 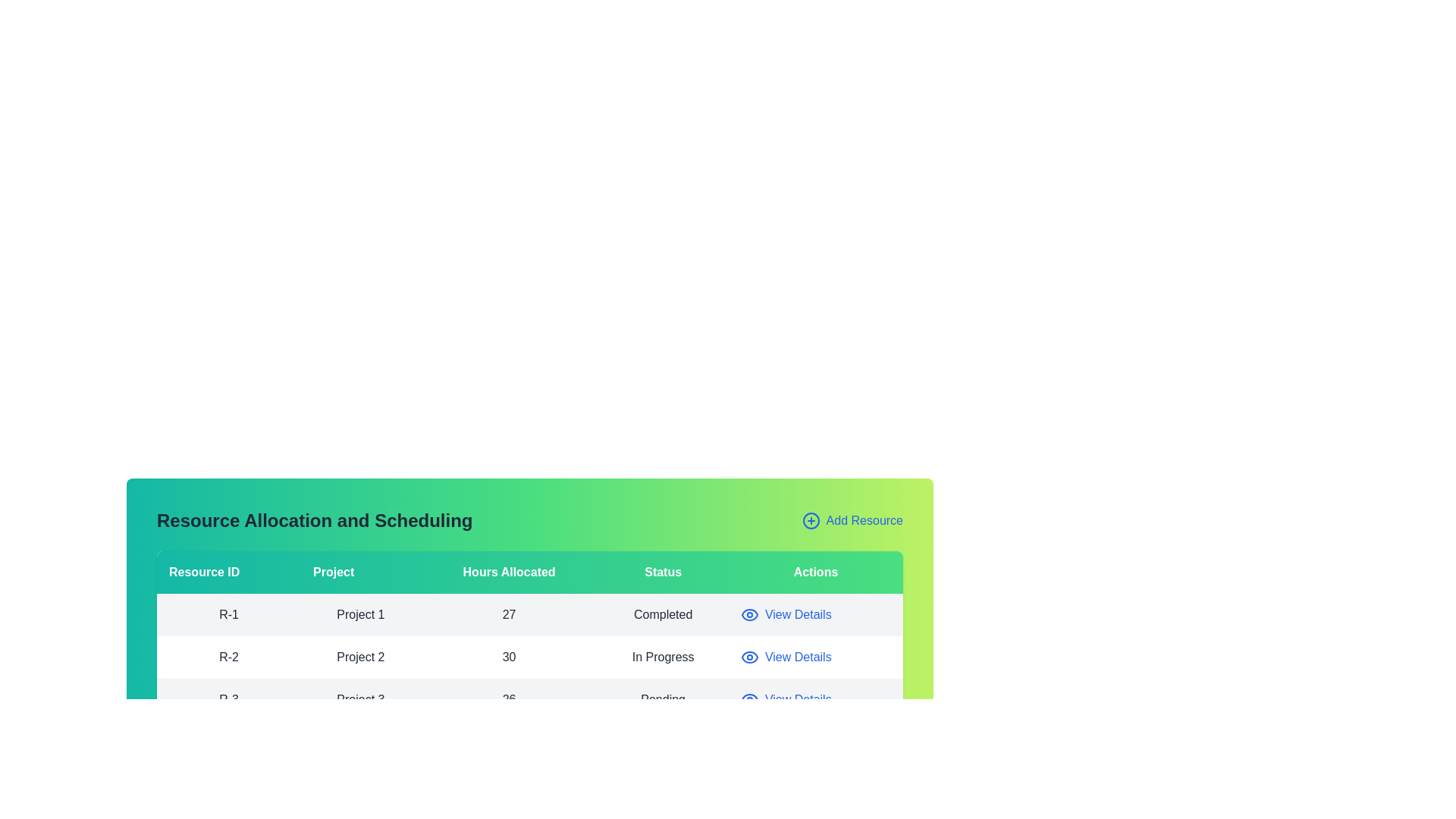 What do you see at coordinates (786, 614) in the screenshot?
I see `the 'View Details' link for the resource with ID 'R-1'` at bounding box center [786, 614].